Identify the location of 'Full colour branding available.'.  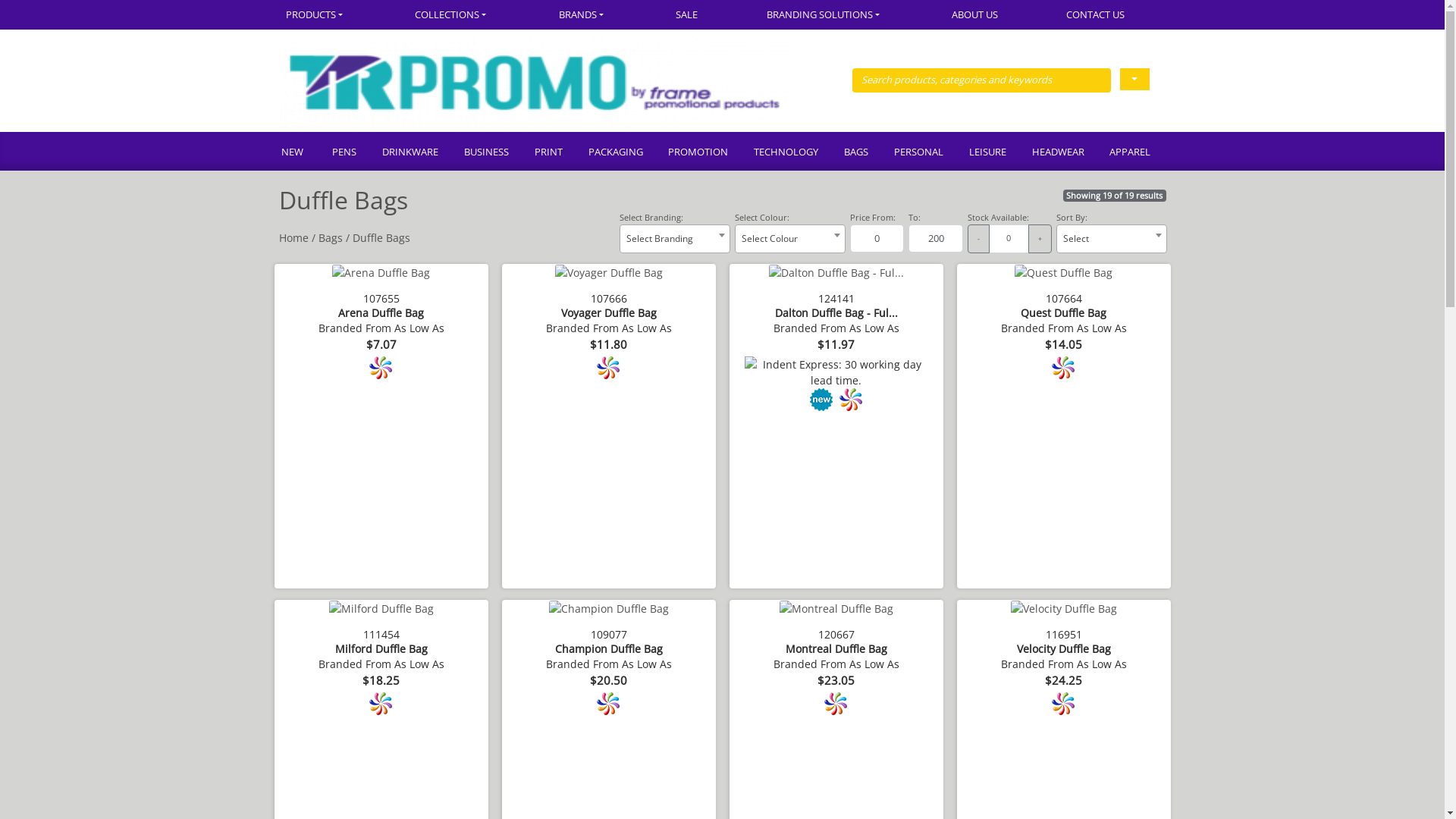
(608, 368).